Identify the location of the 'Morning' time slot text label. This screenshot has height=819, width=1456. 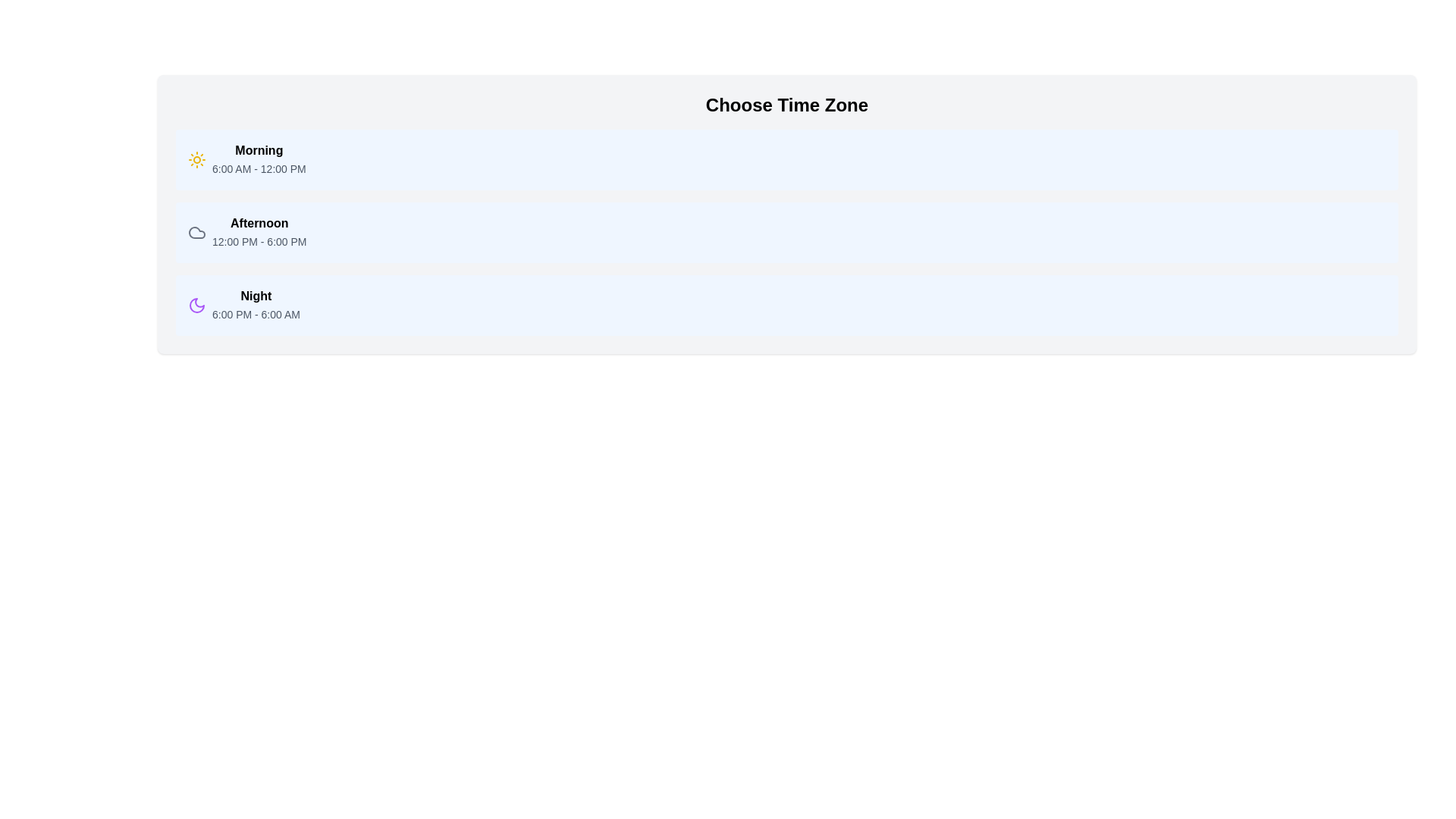
(259, 160).